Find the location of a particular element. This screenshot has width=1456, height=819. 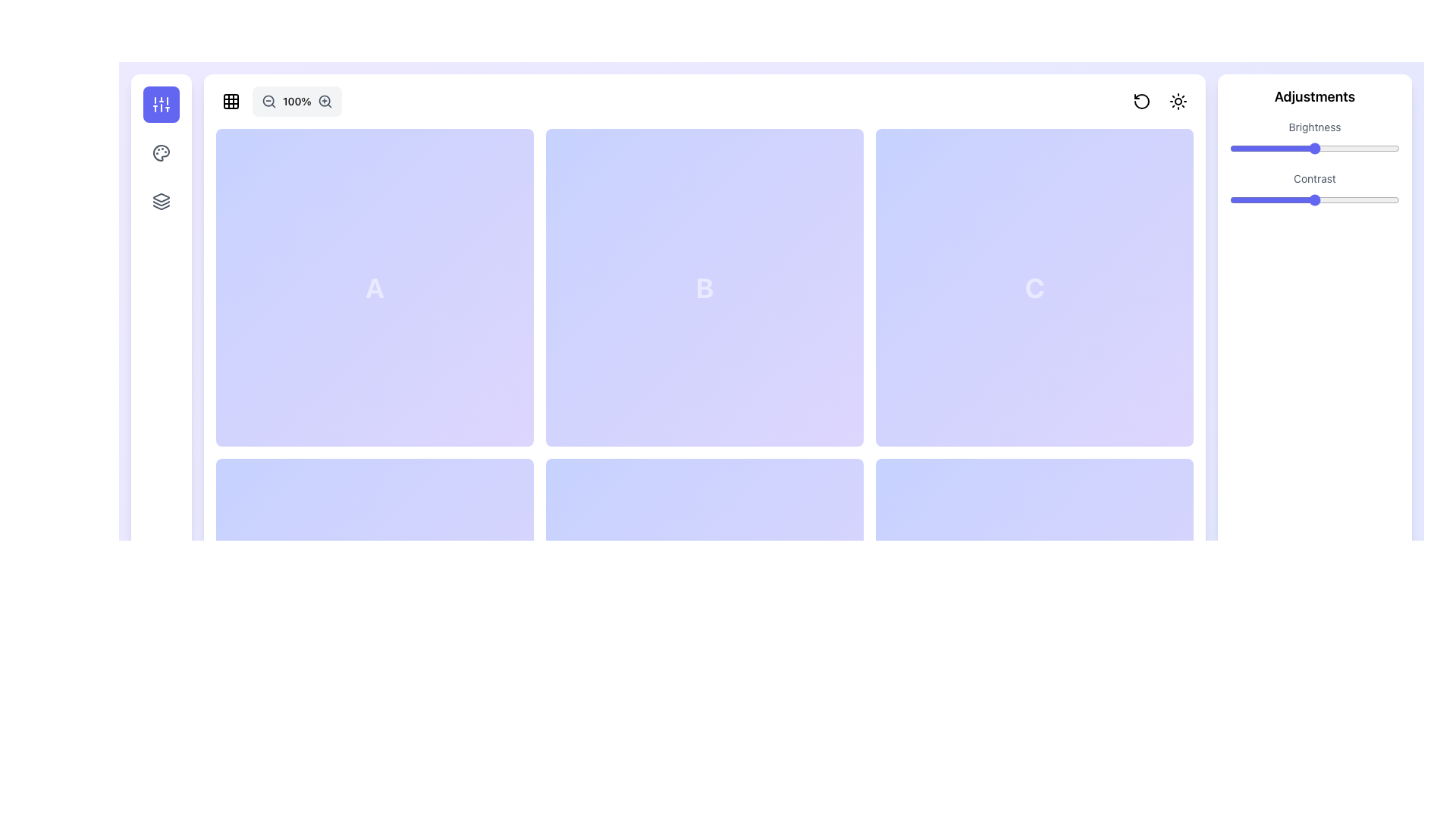

the third triangular icon in the left vertical toolbar, situated below the palette icon and above the grid-like sections A to C, to interact with the layering or stacking functionality is located at coordinates (161, 207).